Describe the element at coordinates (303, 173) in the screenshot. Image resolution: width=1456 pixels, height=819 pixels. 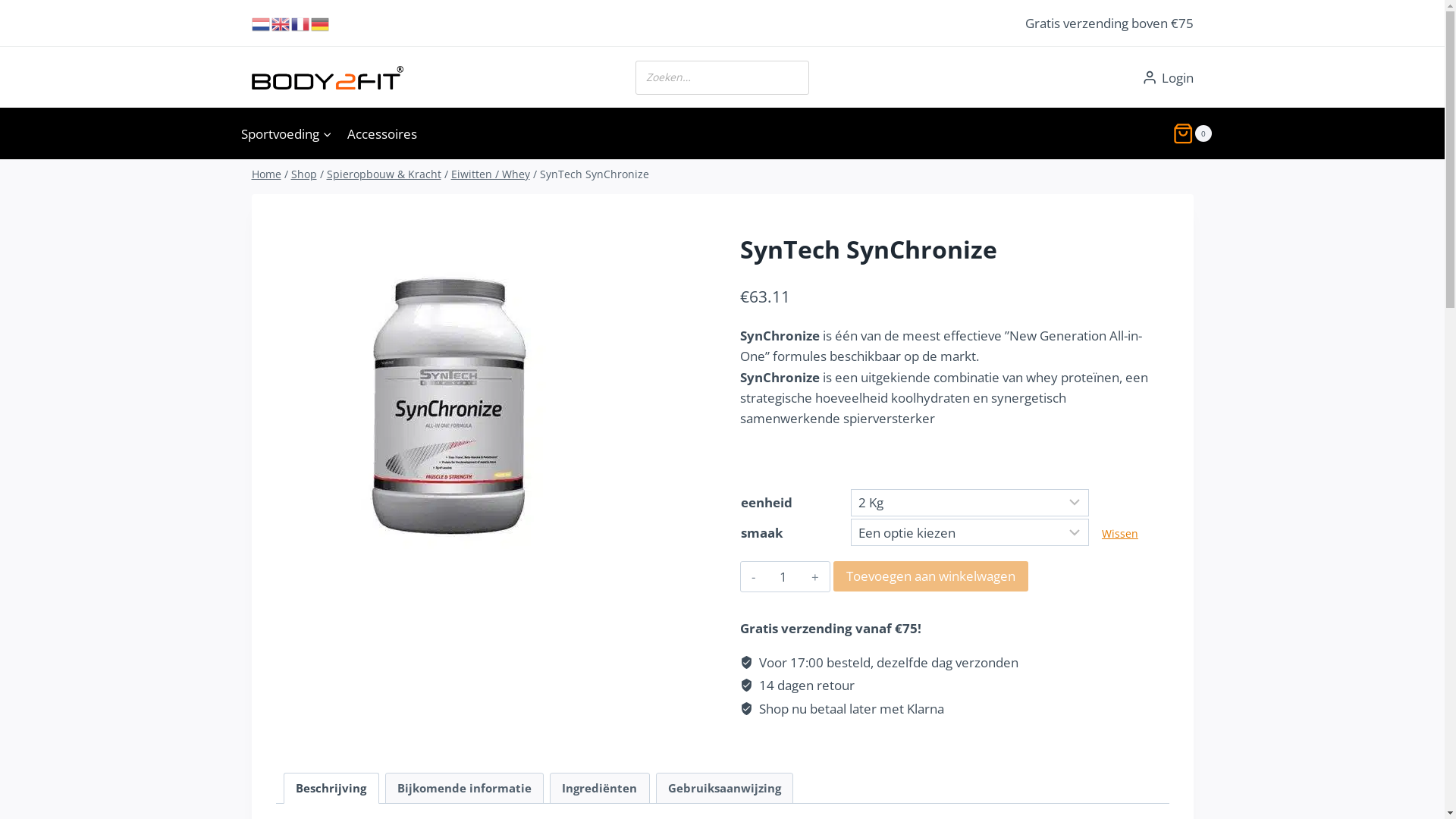
I see `'Shop'` at that location.